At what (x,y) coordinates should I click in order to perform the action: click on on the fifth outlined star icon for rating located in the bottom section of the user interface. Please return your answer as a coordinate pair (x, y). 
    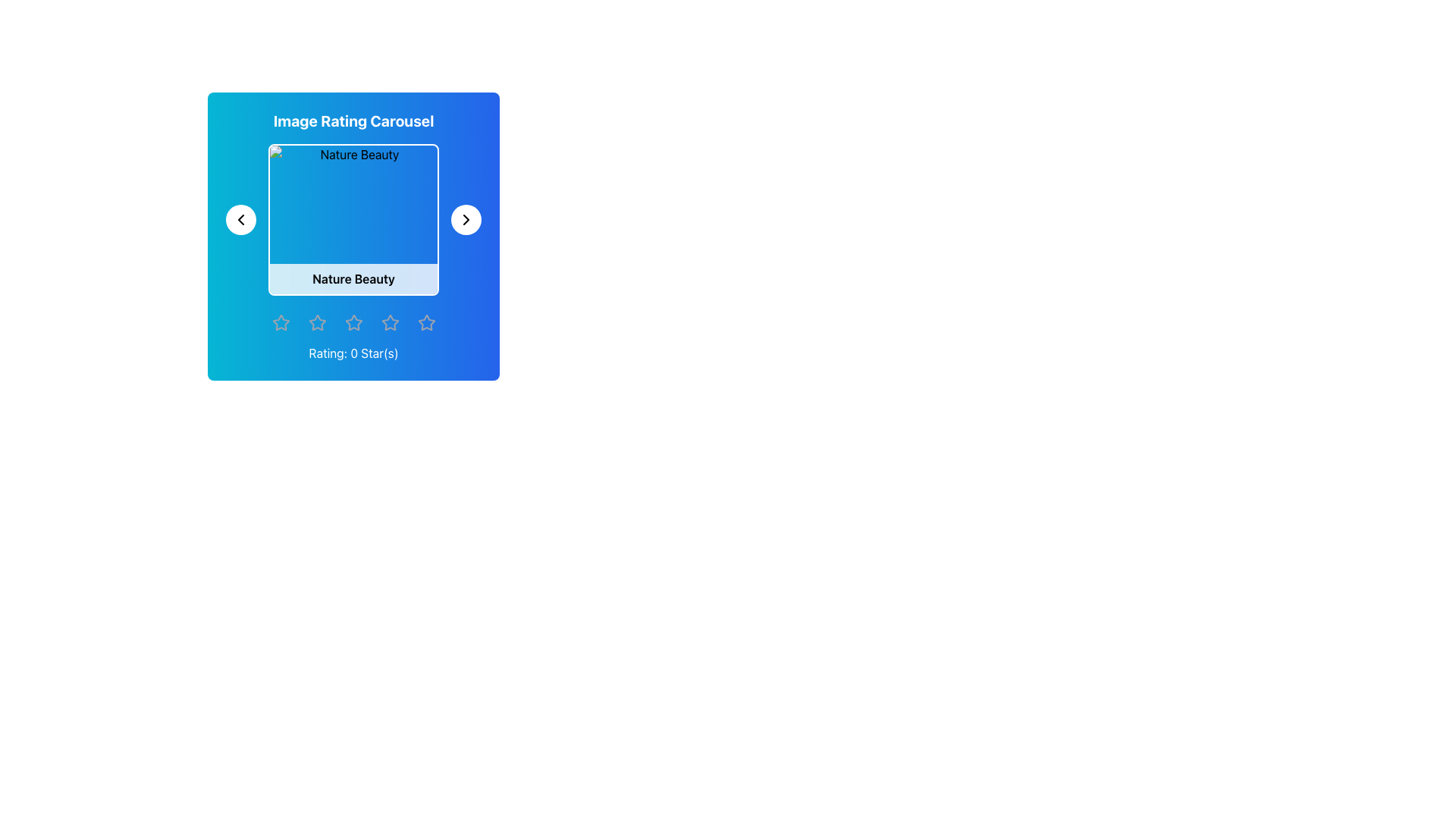
    Looking at the image, I should click on (390, 322).